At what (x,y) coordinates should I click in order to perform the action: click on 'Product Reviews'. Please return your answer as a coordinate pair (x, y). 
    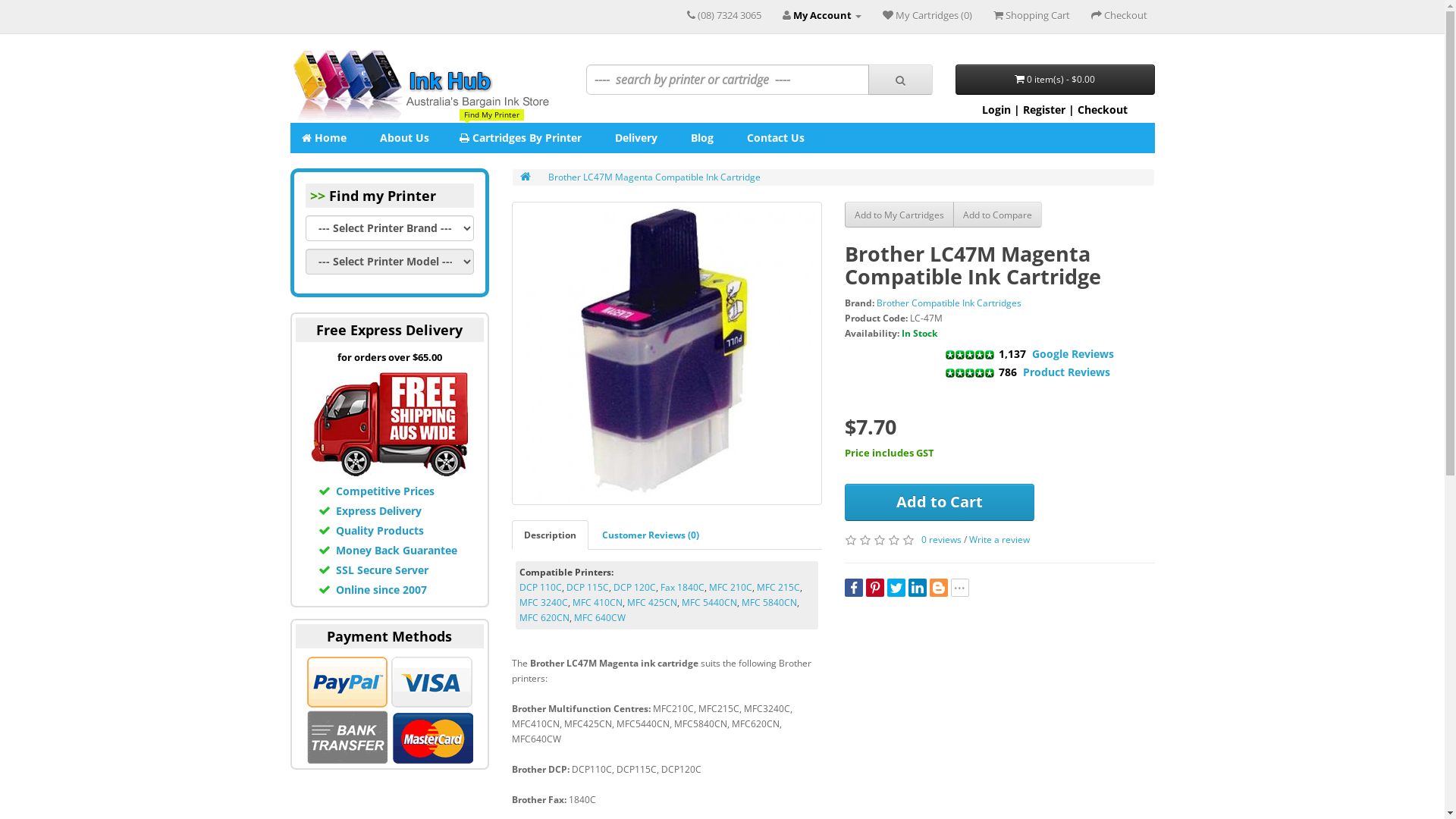
    Looking at the image, I should click on (1022, 372).